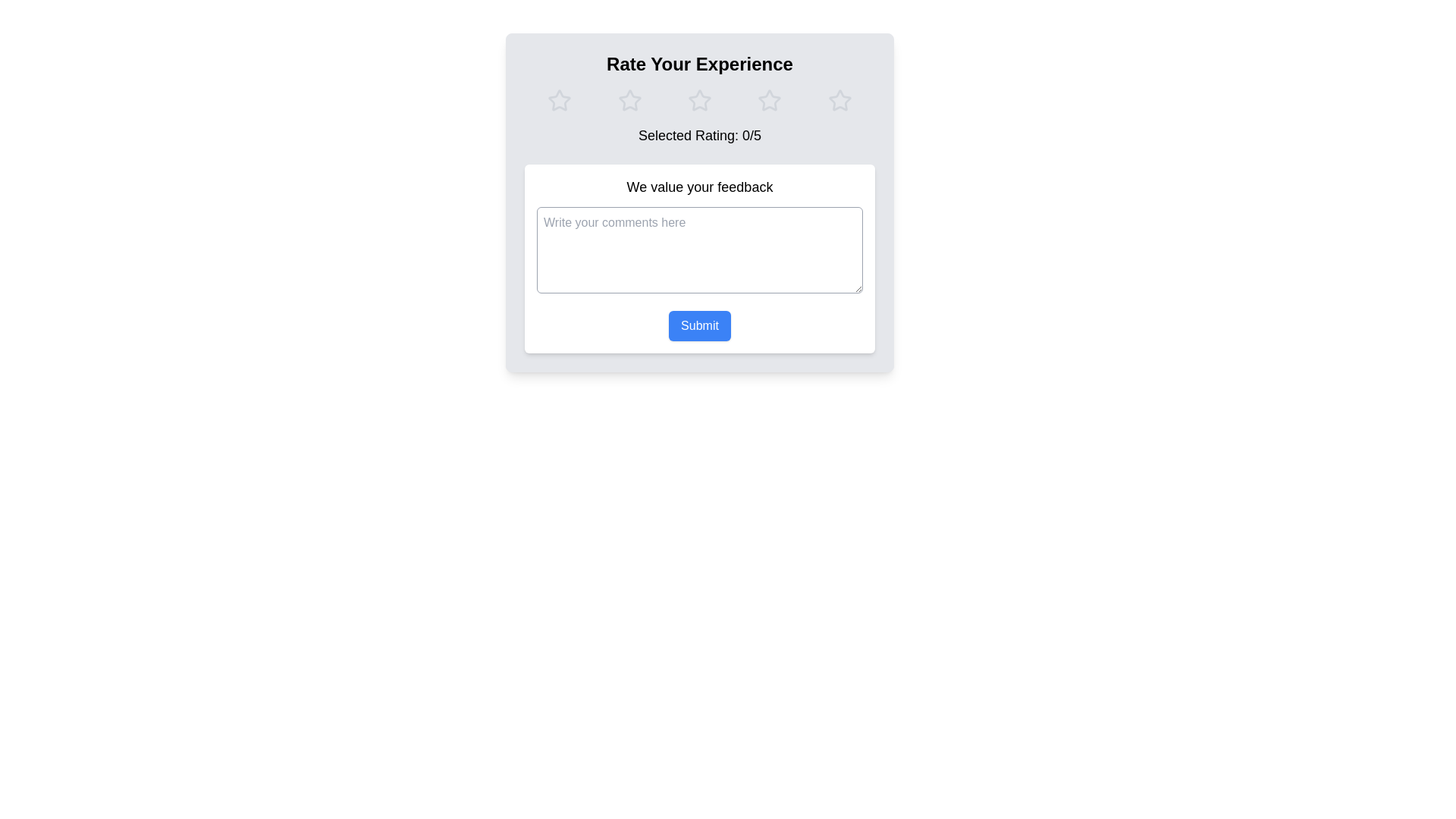  What do you see at coordinates (698, 134) in the screenshot?
I see `the centered text label displaying 'Selected Rating: 0/5' that is located below the rating stars section in the feedback form` at bounding box center [698, 134].